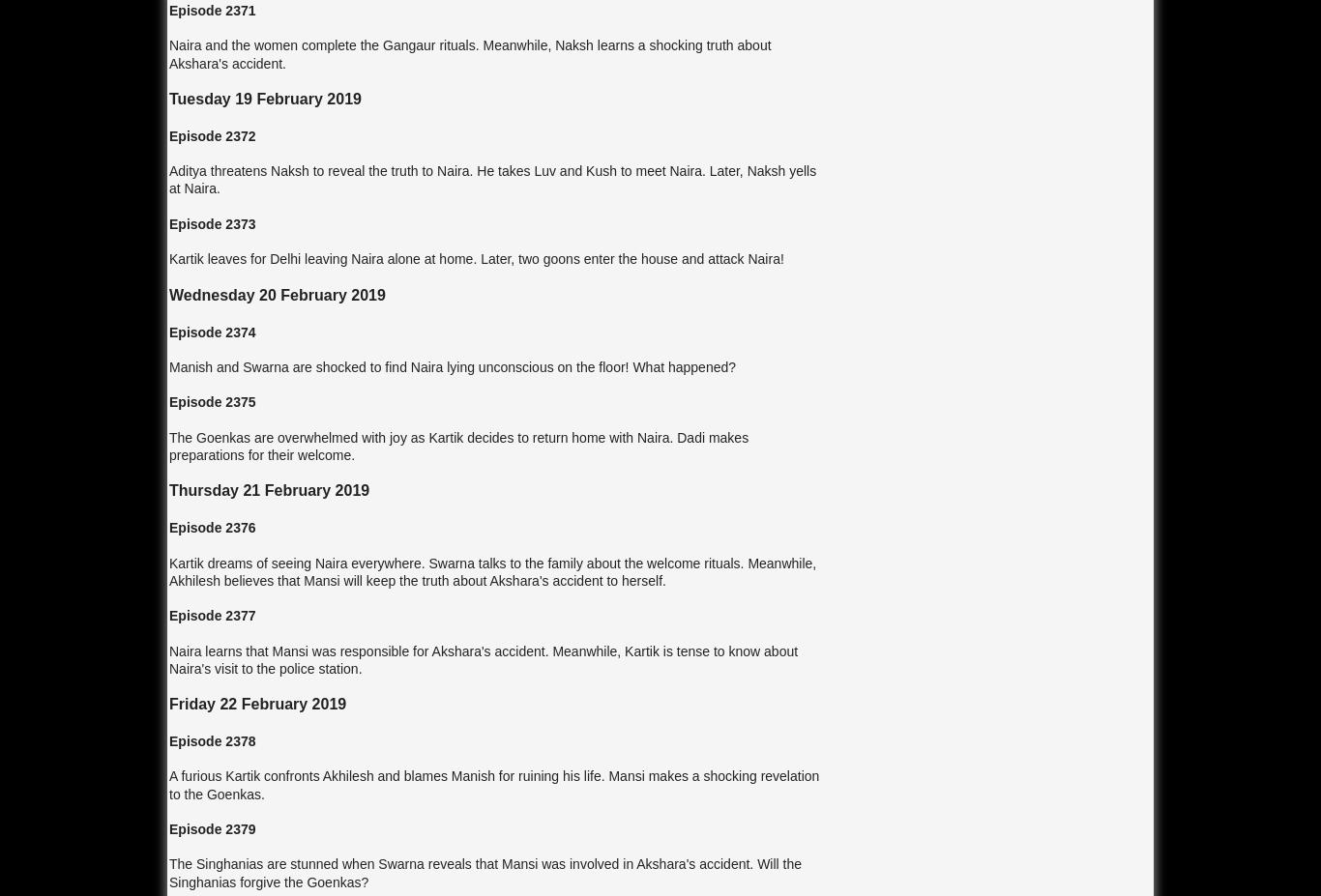  What do you see at coordinates (211, 401) in the screenshot?
I see `'Episode 2375'` at bounding box center [211, 401].